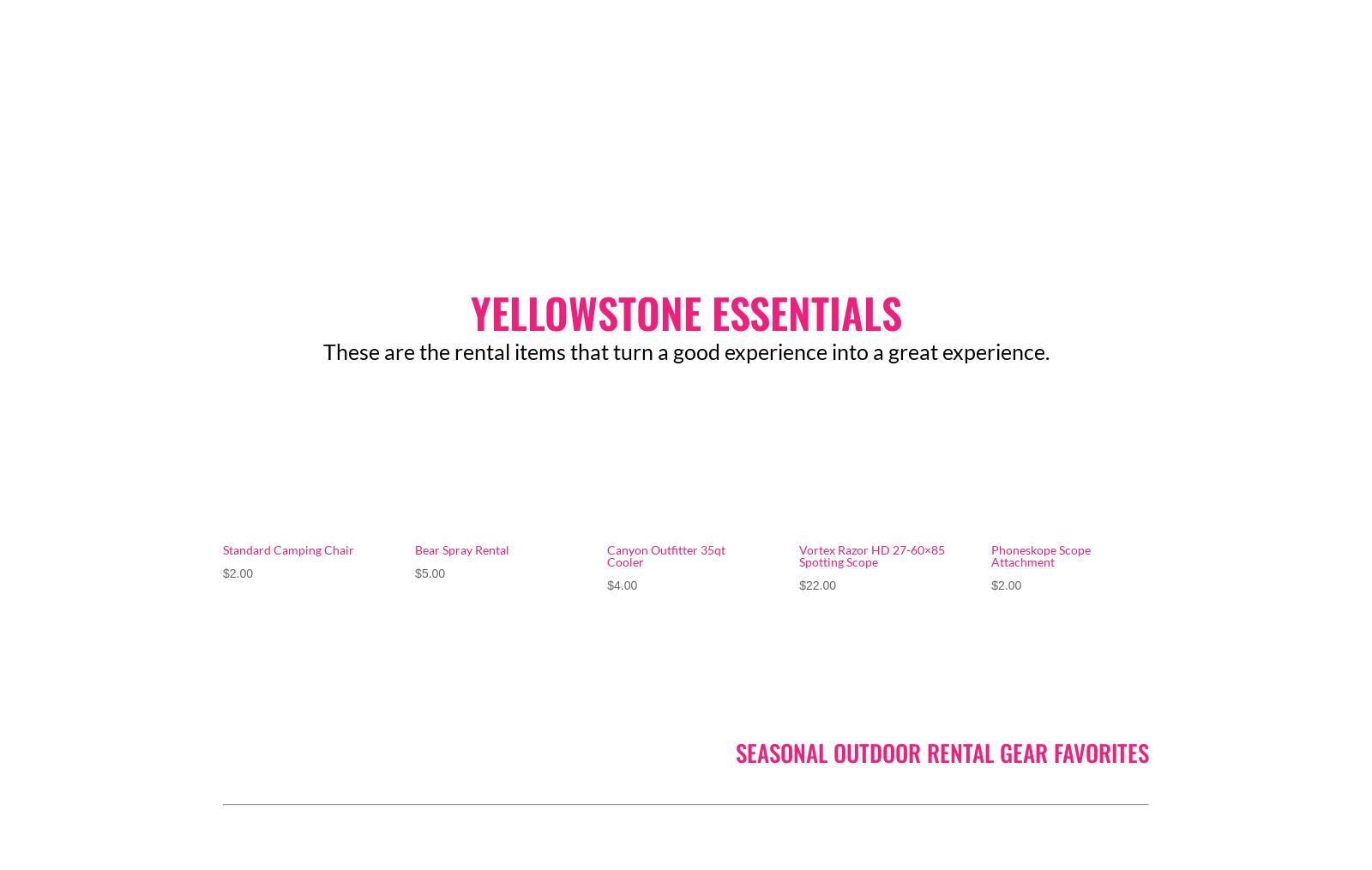  I want to click on '22.00', so click(820, 584).